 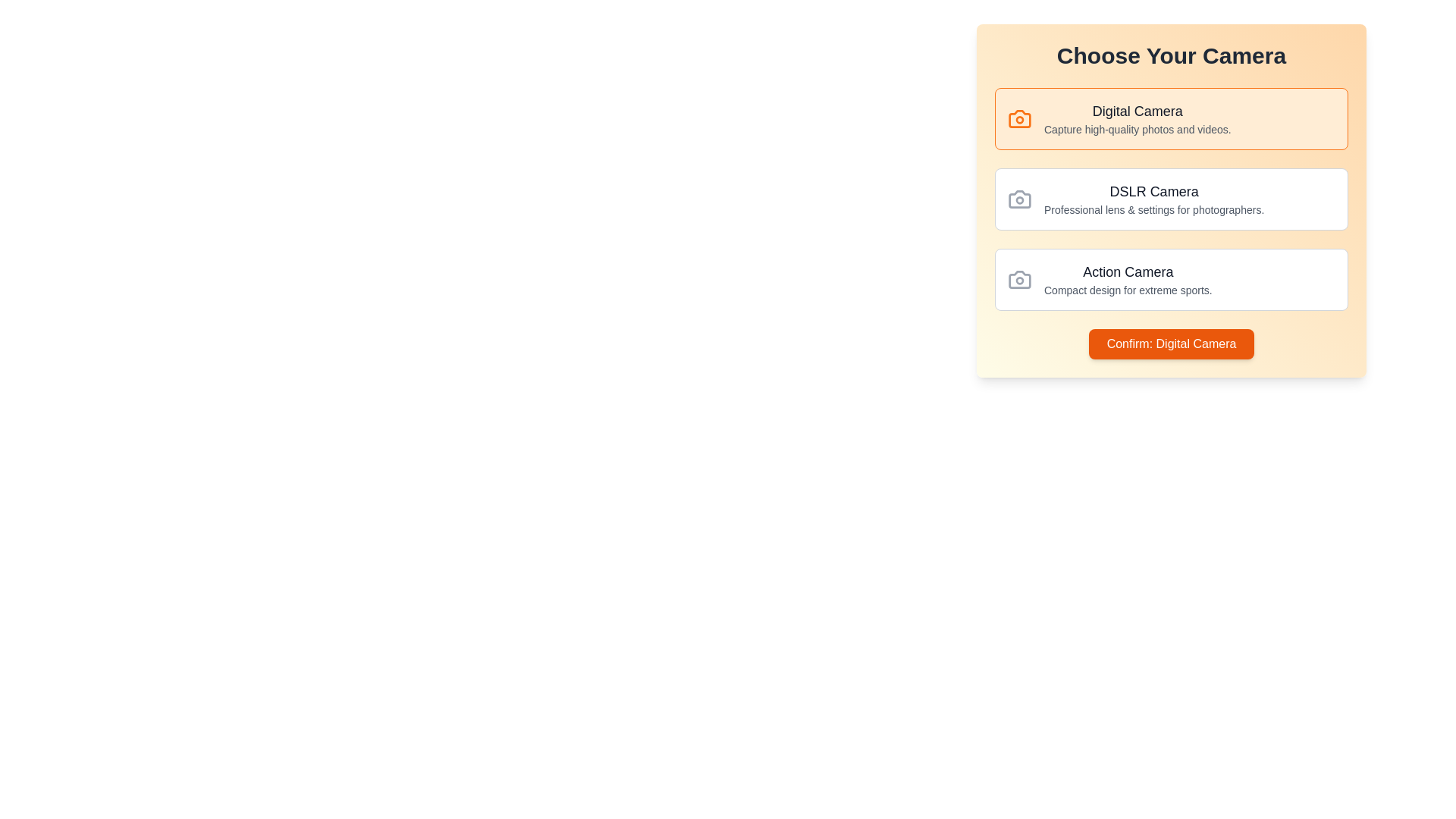 What do you see at coordinates (1171, 280) in the screenshot?
I see `to select the 'Action Camera' option, which is the third choice in a vertical list beneath the 'DSLR Camera' option` at bounding box center [1171, 280].